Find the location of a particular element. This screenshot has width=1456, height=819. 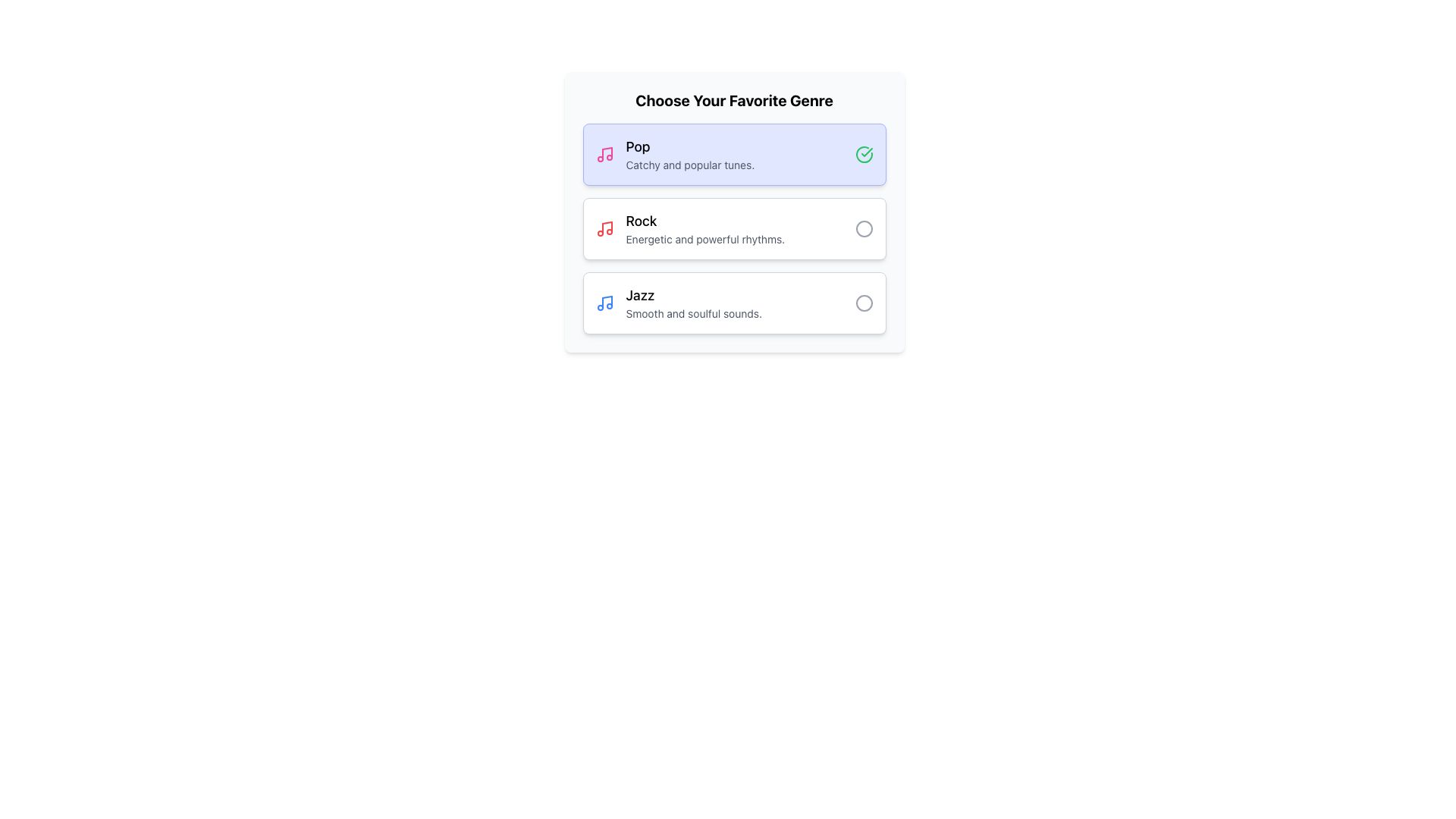

the pink music note icon located to the left of the 'Pop' genre title text in the card layout is located at coordinates (604, 155).